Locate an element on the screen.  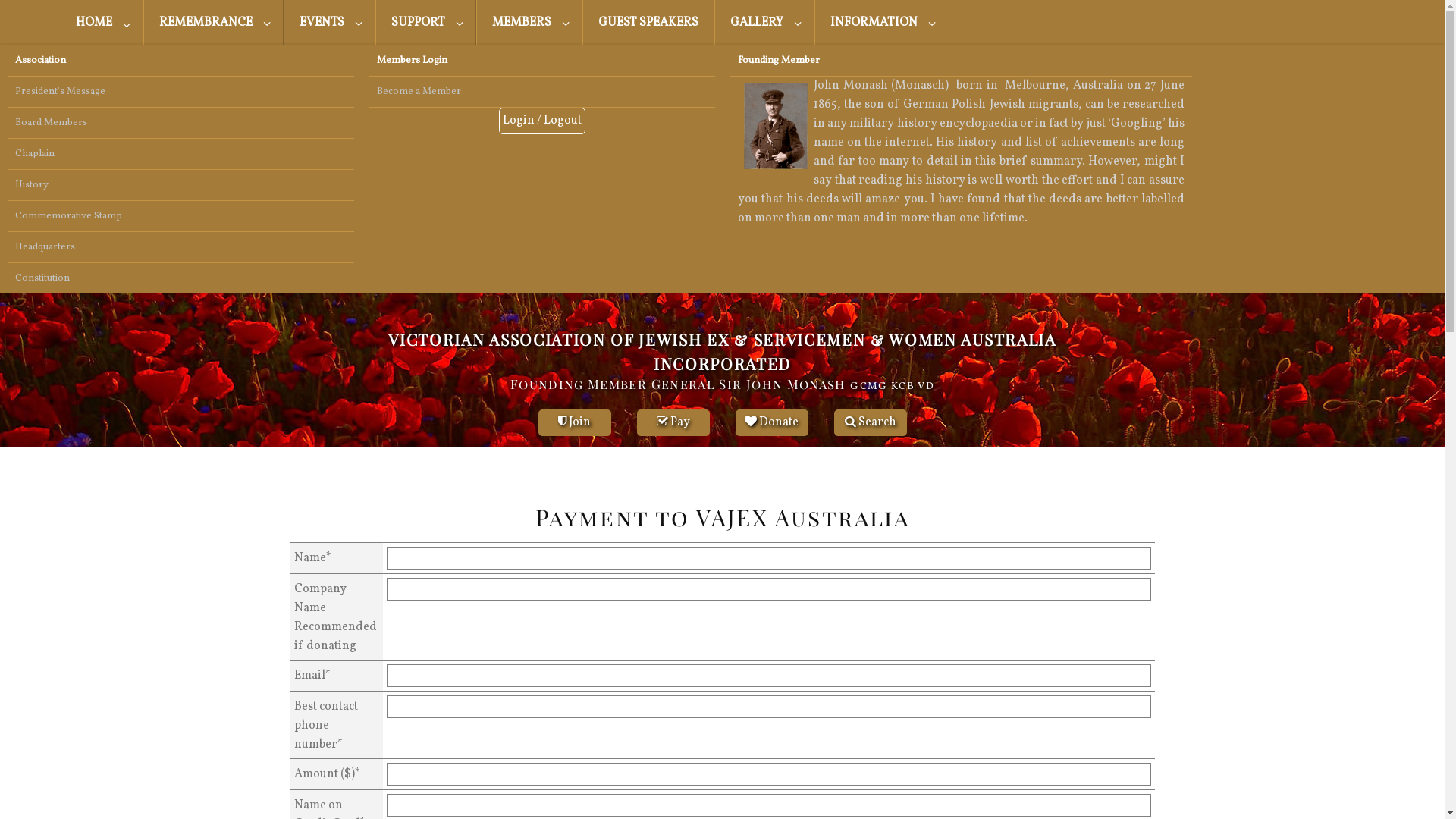
'Association' is located at coordinates (0, 60).